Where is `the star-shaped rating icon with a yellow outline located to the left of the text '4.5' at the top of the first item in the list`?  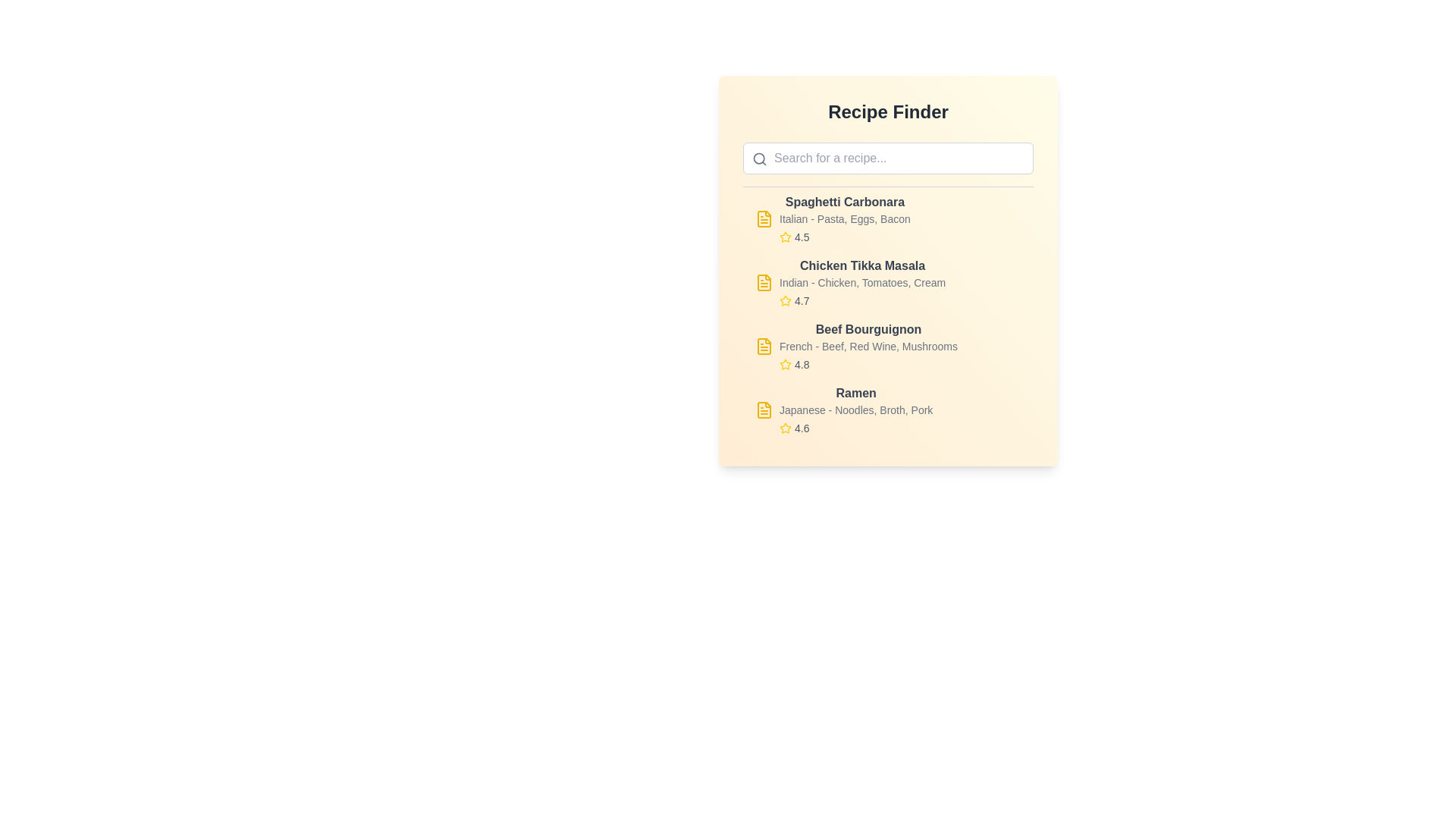
the star-shaped rating icon with a yellow outline located to the left of the text '4.5' at the top of the first item in the list is located at coordinates (786, 237).